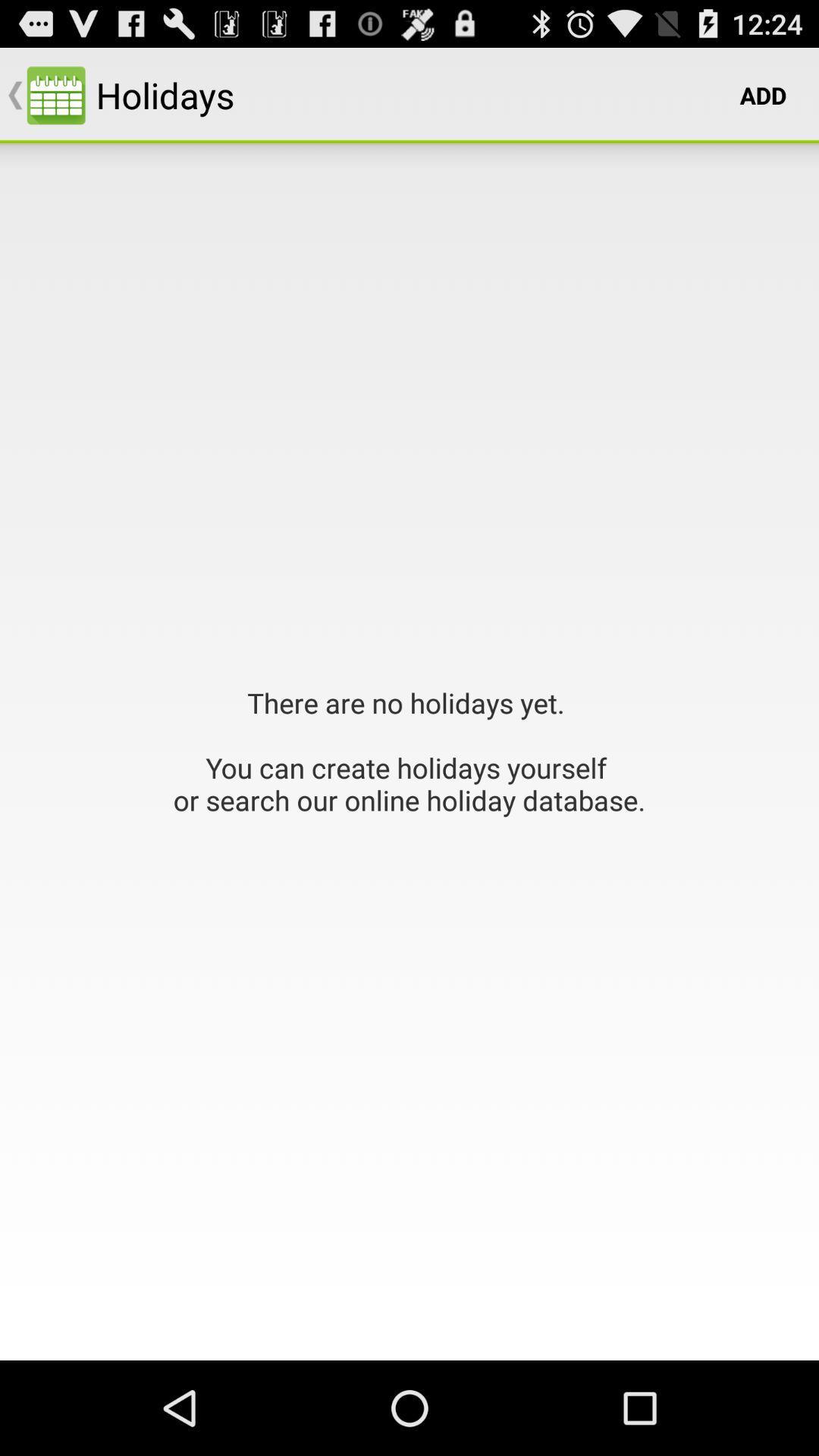  What do you see at coordinates (763, 94) in the screenshot?
I see `app next to holidays item` at bounding box center [763, 94].